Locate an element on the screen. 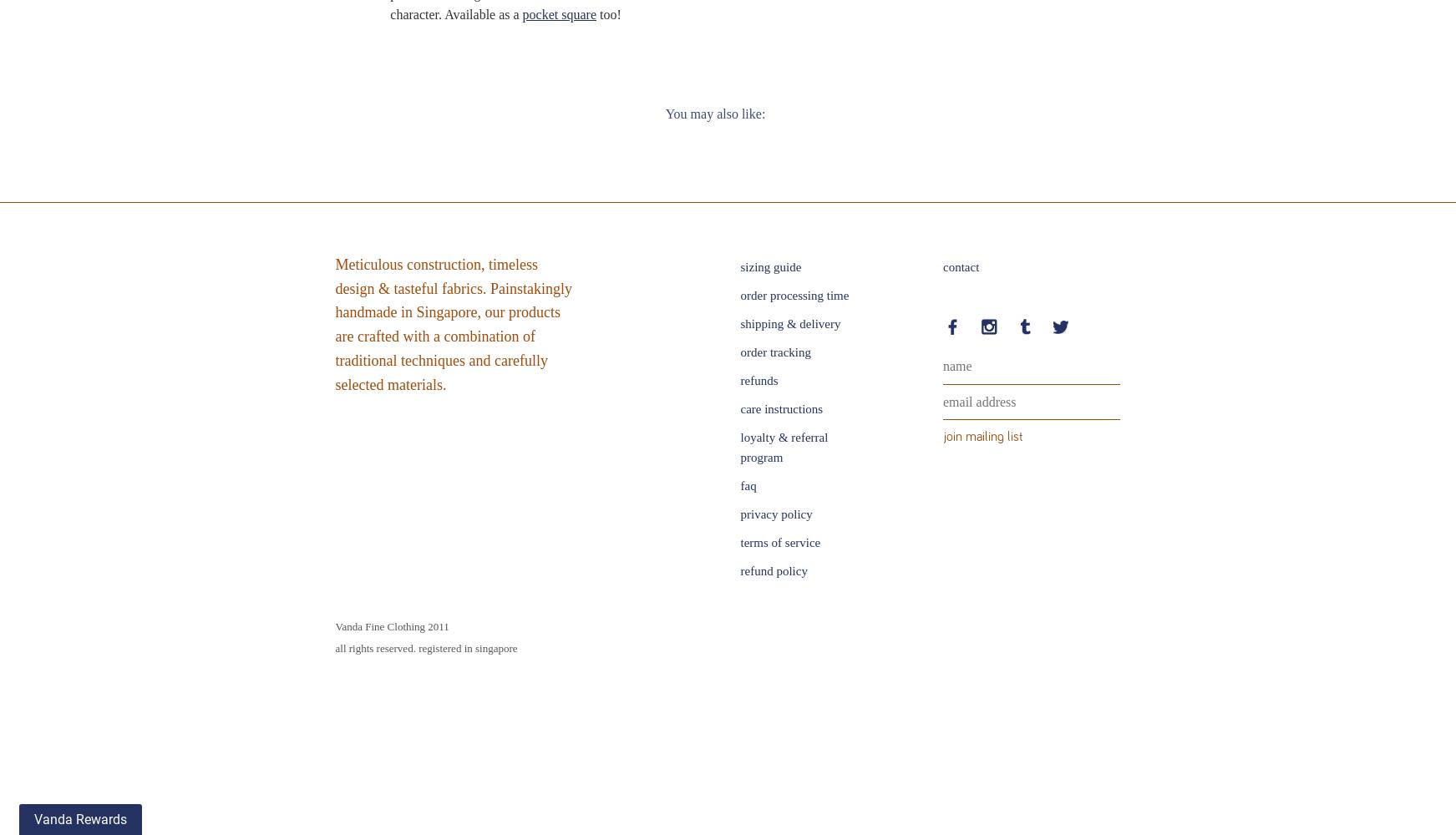 This screenshot has width=1456, height=835. 'all rights reserved. registered in singapore' is located at coordinates (335, 647).